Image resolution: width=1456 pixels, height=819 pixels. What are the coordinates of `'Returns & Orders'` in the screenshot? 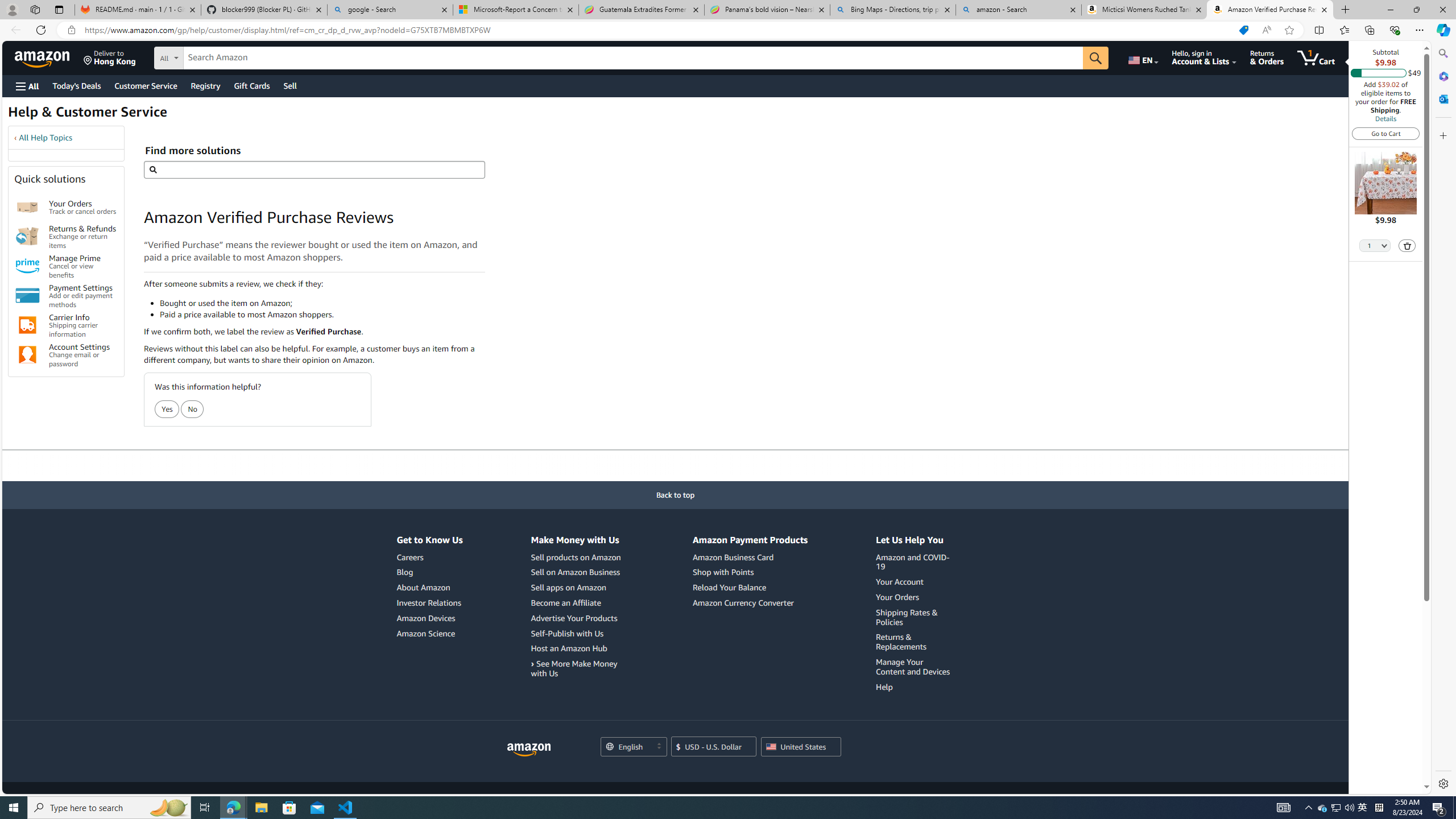 It's located at (1266, 57).